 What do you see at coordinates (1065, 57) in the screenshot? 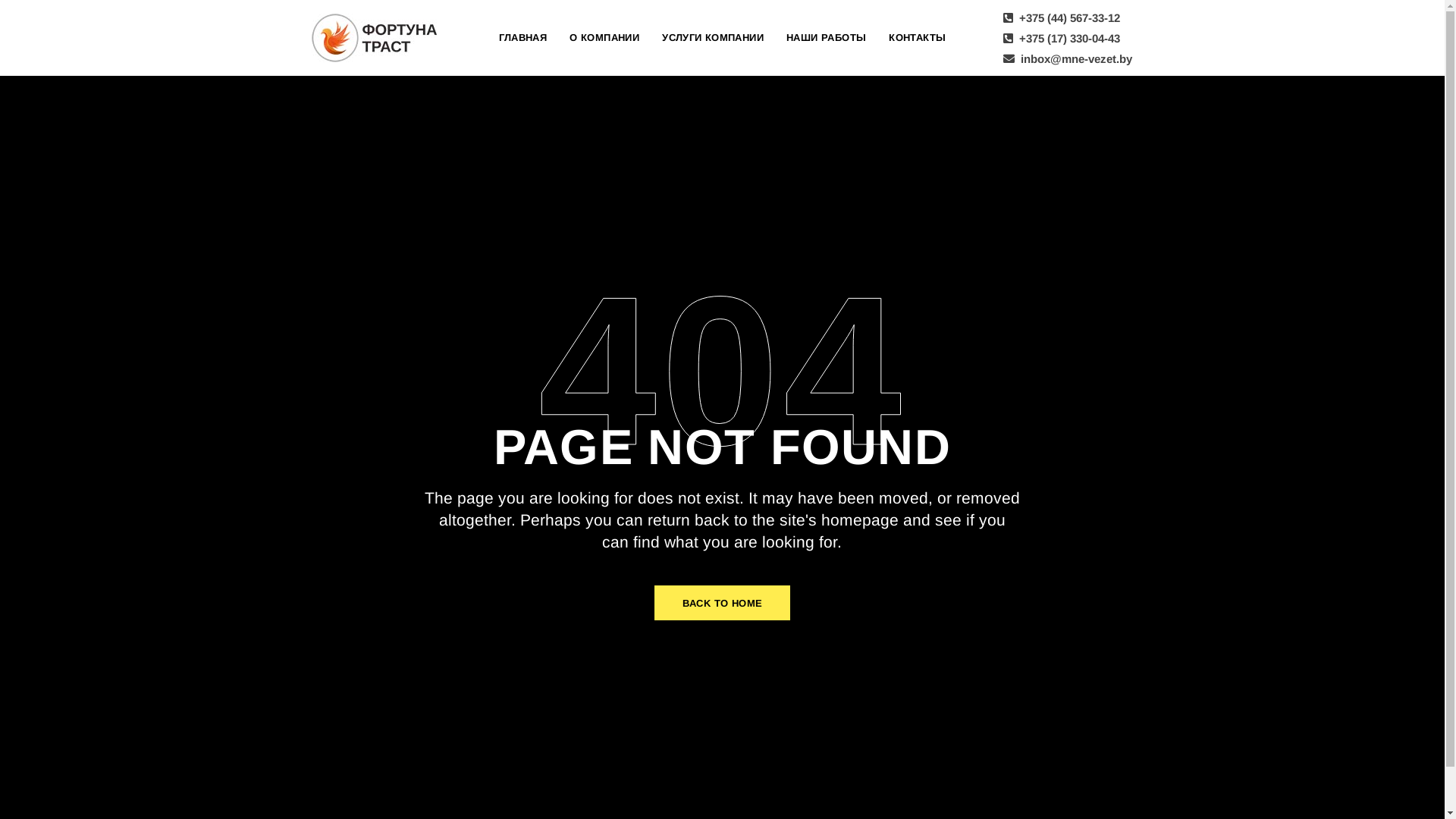
I see `' inbox@mne-vezet.by'` at bounding box center [1065, 57].